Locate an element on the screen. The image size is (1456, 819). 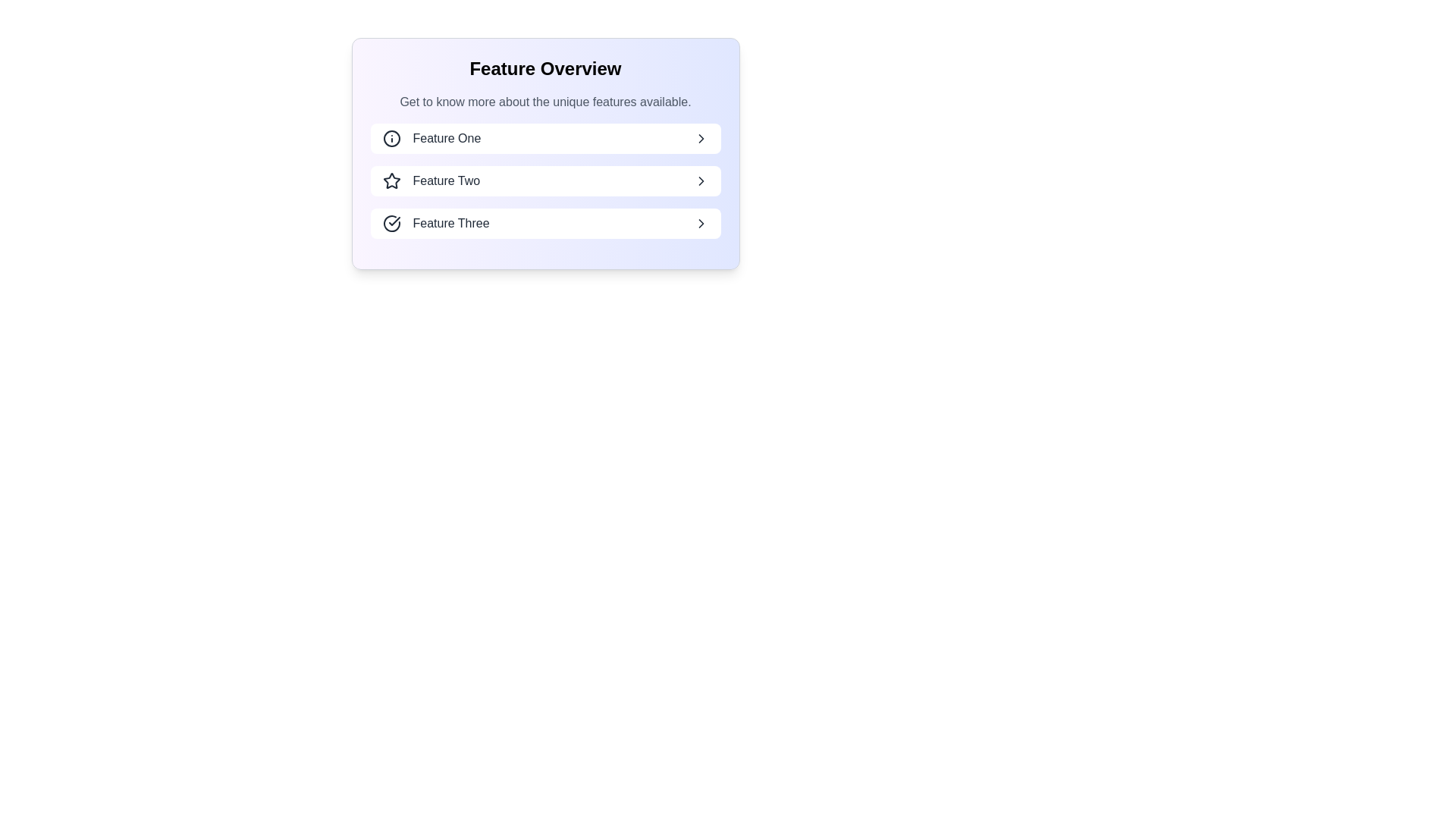
the right-chevron icon located in the rightmost section of the 'Feature Two' card is located at coordinates (700, 180).